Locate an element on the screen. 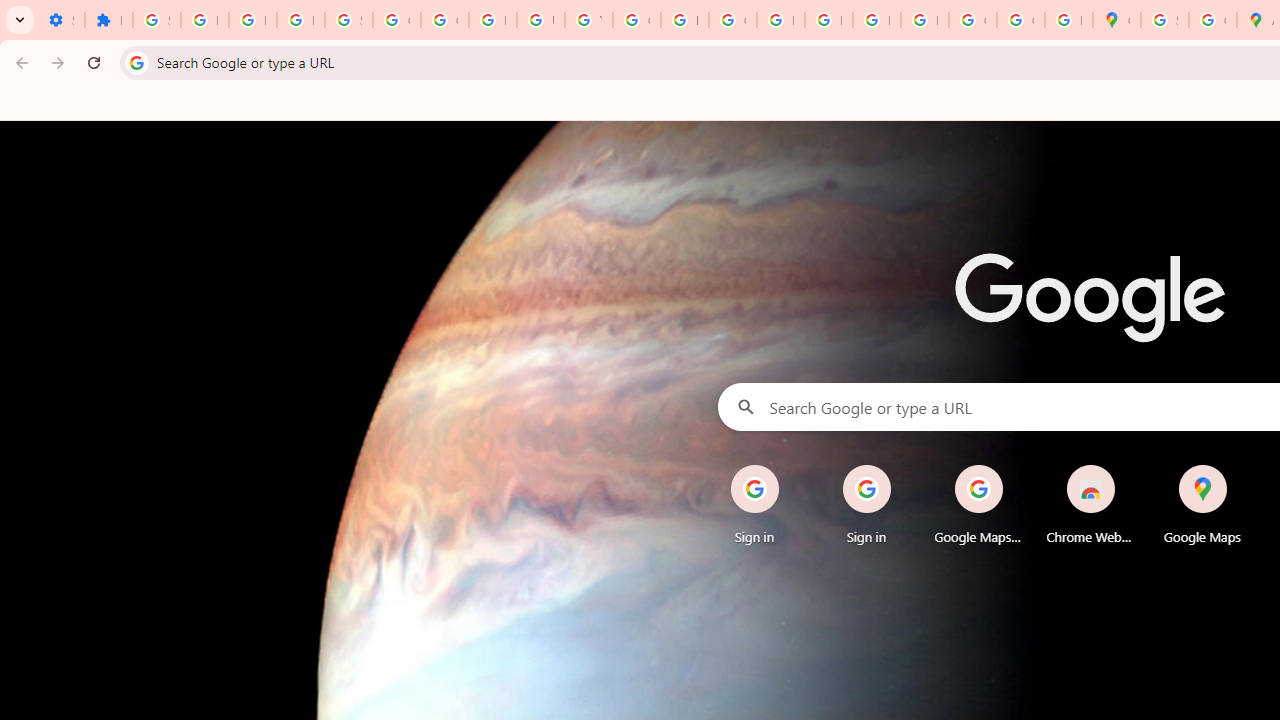 The height and width of the screenshot is (720, 1280). 'Create your Google Account' is located at coordinates (1211, 20).